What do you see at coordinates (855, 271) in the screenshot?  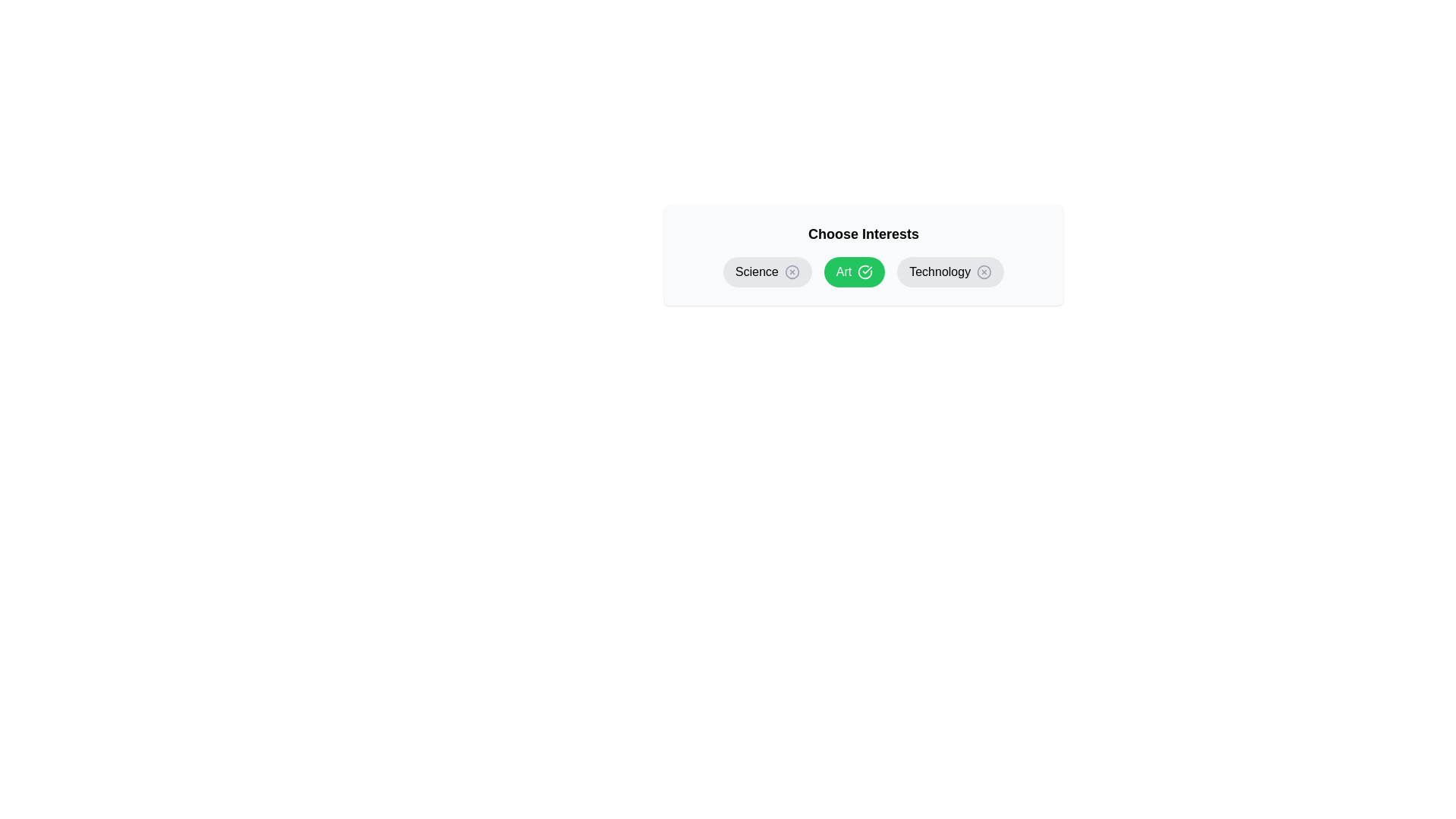 I see `the chip labeled Art` at bounding box center [855, 271].